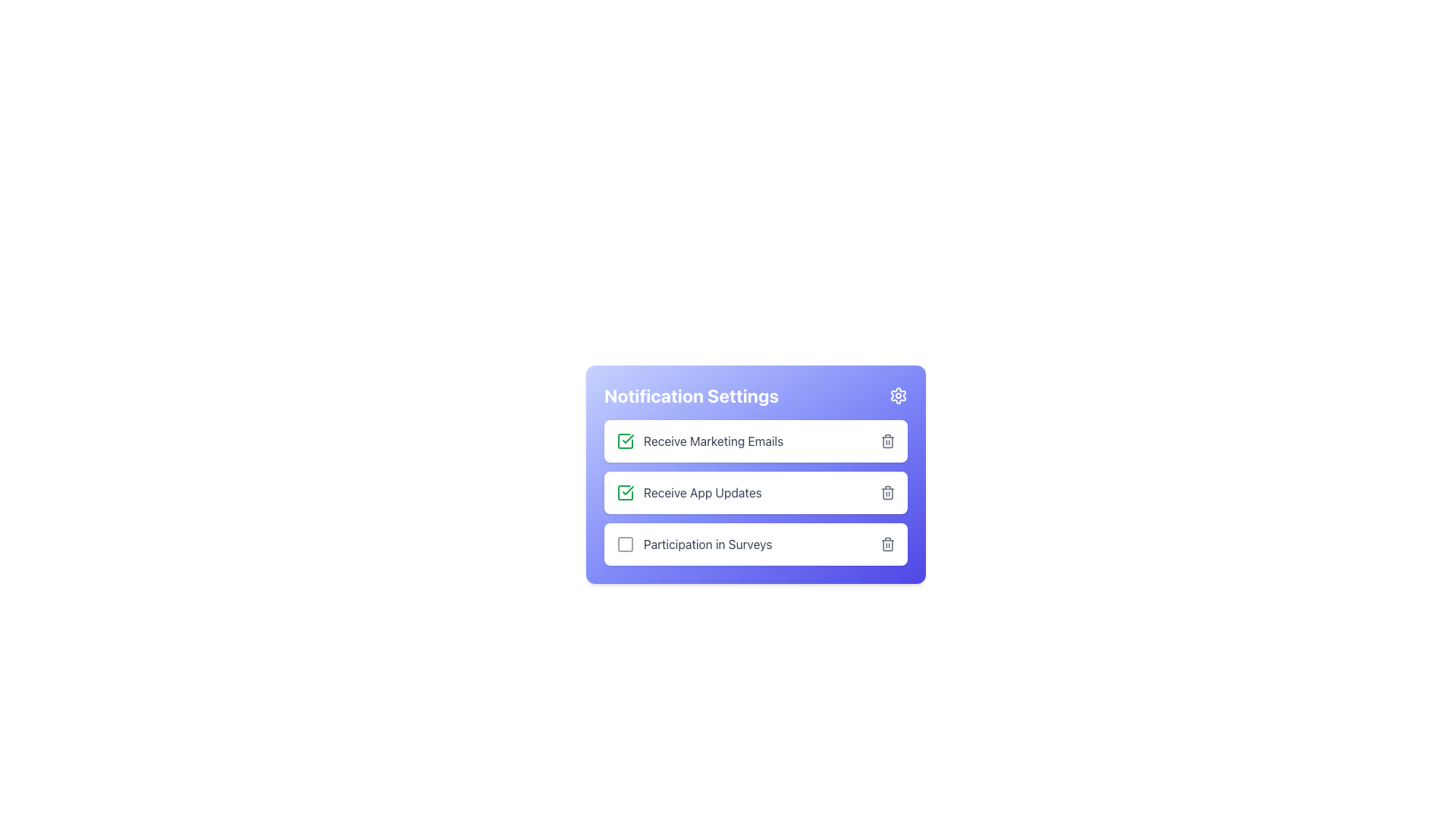 Image resolution: width=1456 pixels, height=819 pixels. Describe the element at coordinates (756, 493) in the screenshot. I see `the 'Receive App Updates' toggleable list option, which features a white background, round corners, and includes a green checkmark icon on the left and a trash bin icon on the right` at that location.